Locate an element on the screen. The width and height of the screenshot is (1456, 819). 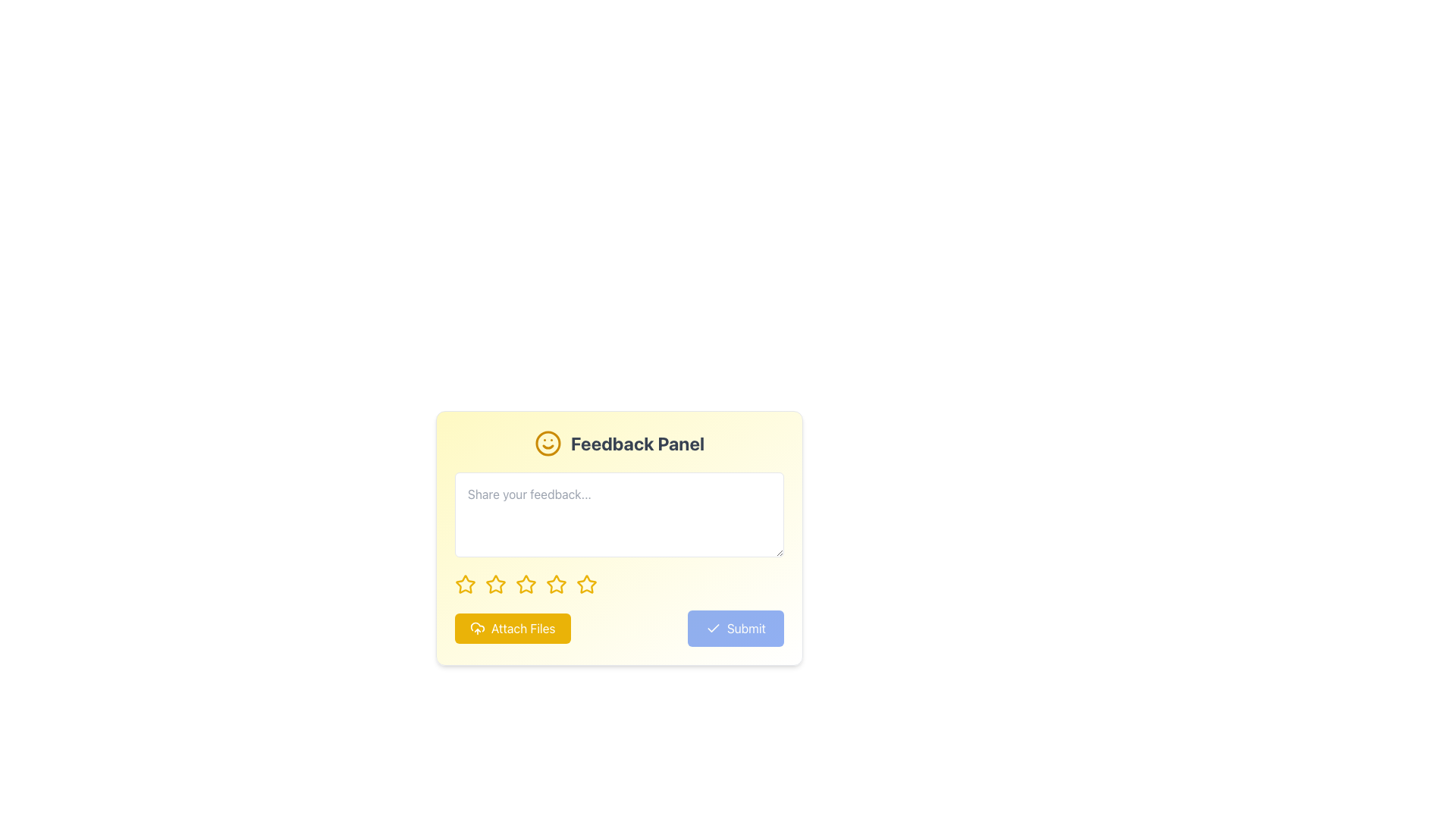
the second clickable star icon from the left, which is a vibrant yellow star used for rating purposes, to rate it is located at coordinates (495, 584).